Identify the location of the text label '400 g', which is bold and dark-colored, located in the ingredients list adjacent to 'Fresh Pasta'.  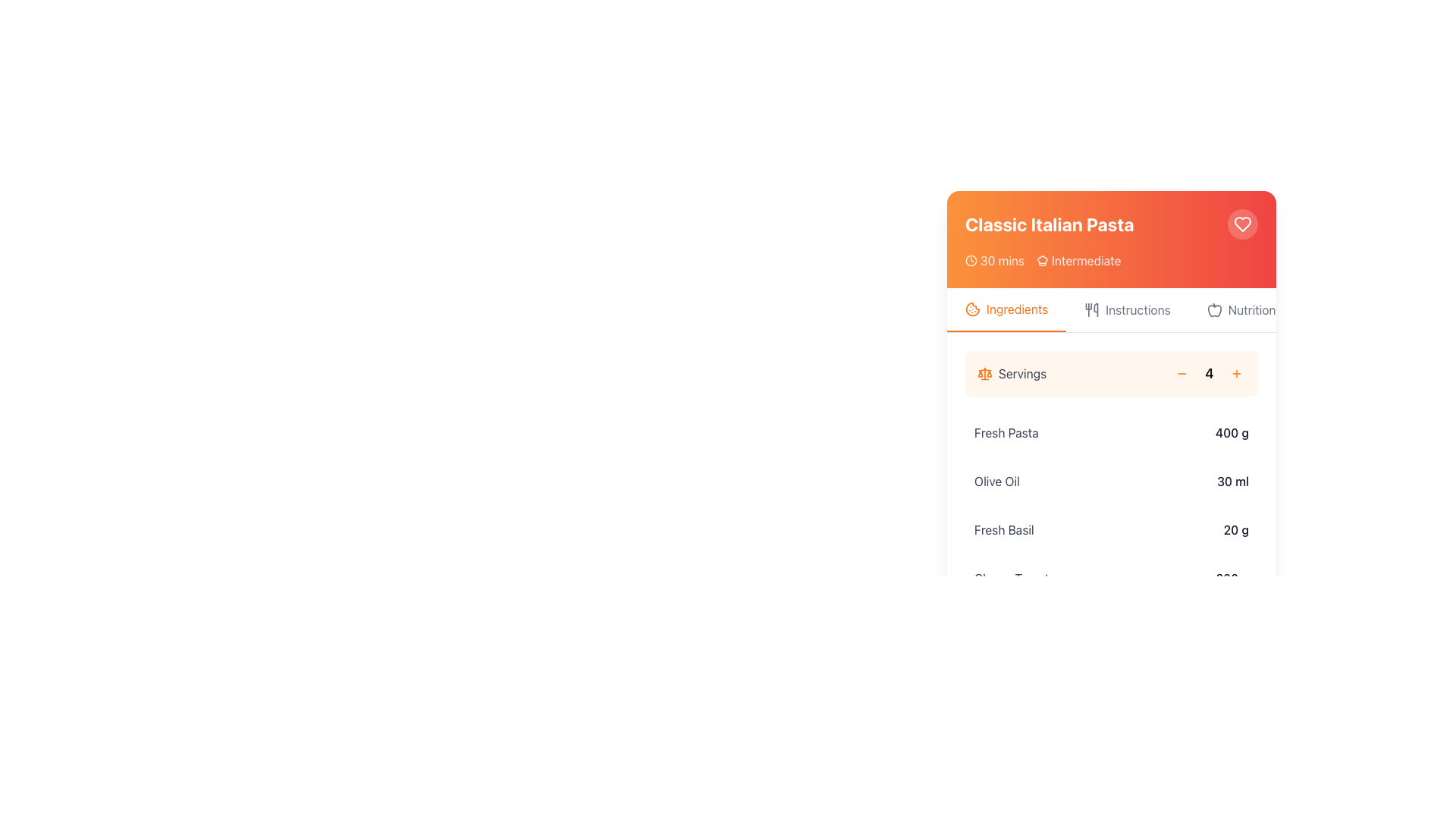
(1232, 432).